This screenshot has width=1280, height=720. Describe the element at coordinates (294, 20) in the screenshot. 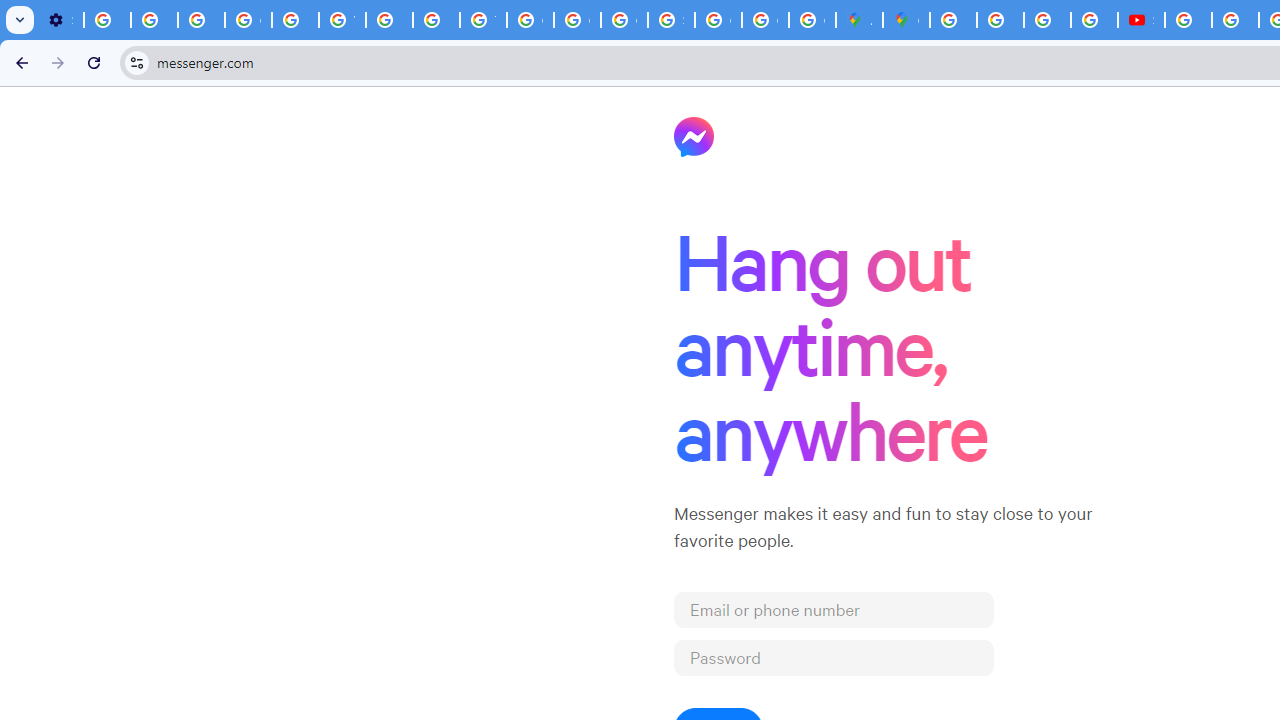

I see `'Privacy Help Center - Policies Help'` at that location.